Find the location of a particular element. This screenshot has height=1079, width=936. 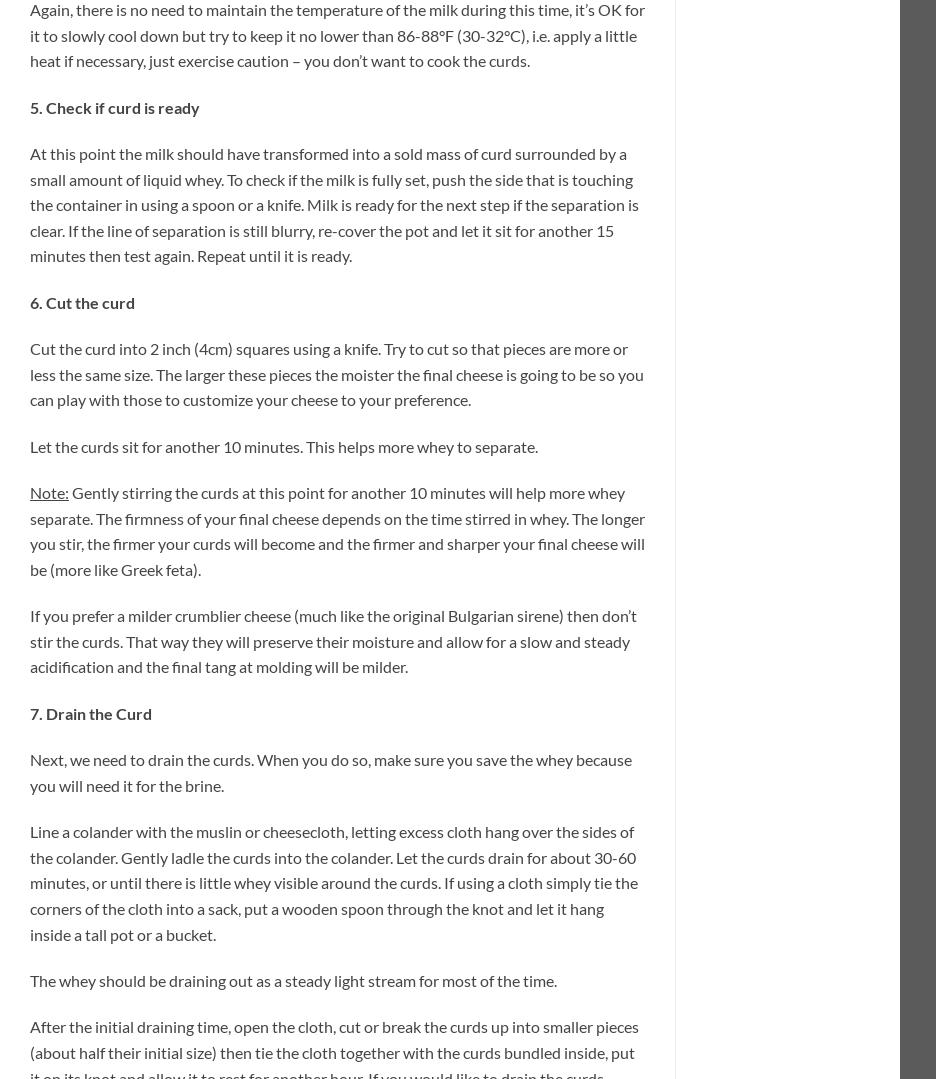

'Gently stirring the curds at this point for another 10 minutes will help more whey separate. The firmness of your final cheese depends on the time stirred in whey. The longer you stir, the firmer your curds will become and the firmer and sharper your final cheese will be (more like Greek feta).' is located at coordinates (336, 530).